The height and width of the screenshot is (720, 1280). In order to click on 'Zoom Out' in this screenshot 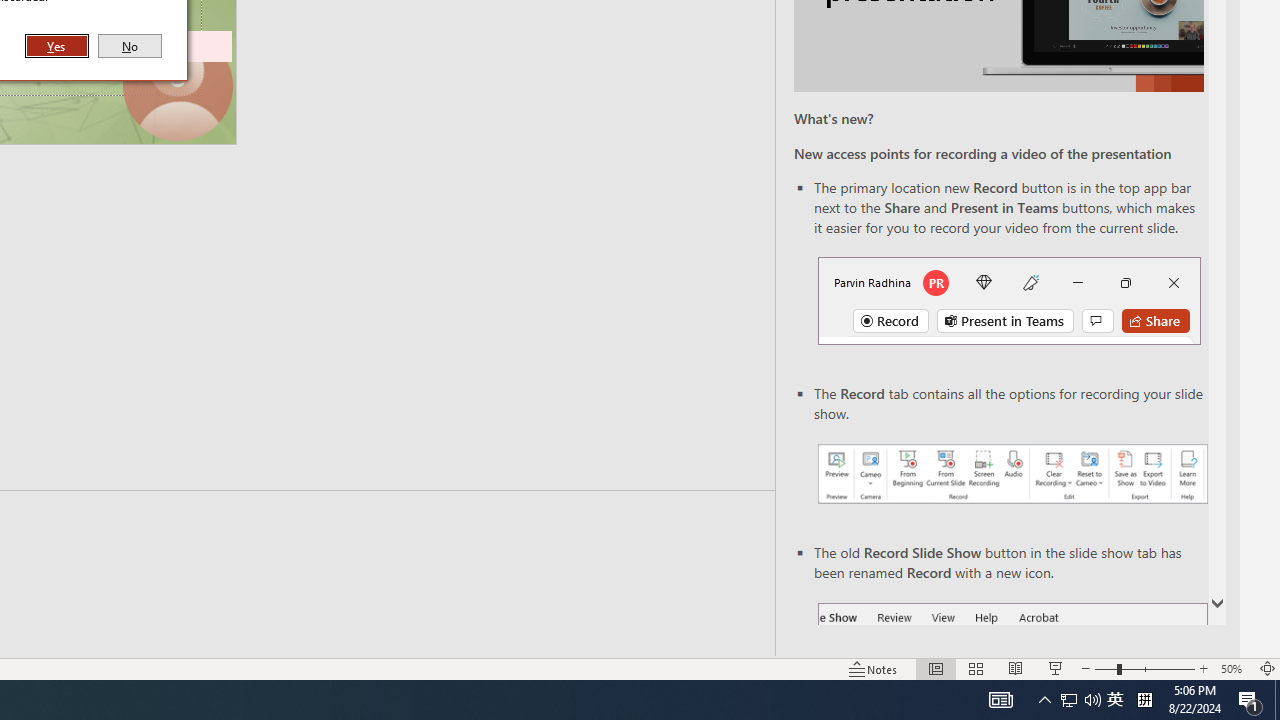, I will do `click(1104, 669)`.